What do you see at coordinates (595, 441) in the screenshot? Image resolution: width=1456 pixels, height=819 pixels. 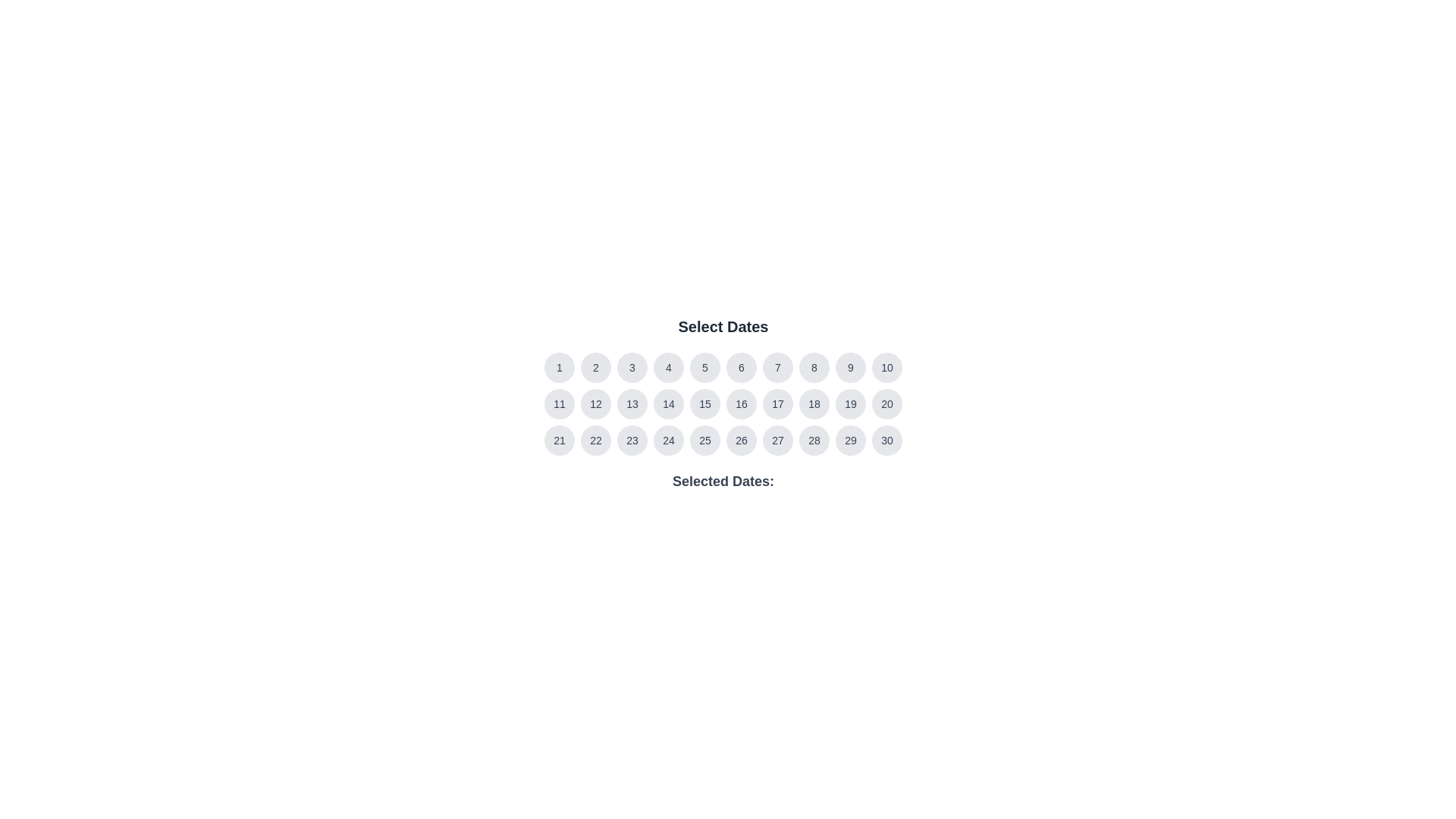 I see `the button labeled '22' located in the last row of the grid of selectable circular buttons` at bounding box center [595, 441].